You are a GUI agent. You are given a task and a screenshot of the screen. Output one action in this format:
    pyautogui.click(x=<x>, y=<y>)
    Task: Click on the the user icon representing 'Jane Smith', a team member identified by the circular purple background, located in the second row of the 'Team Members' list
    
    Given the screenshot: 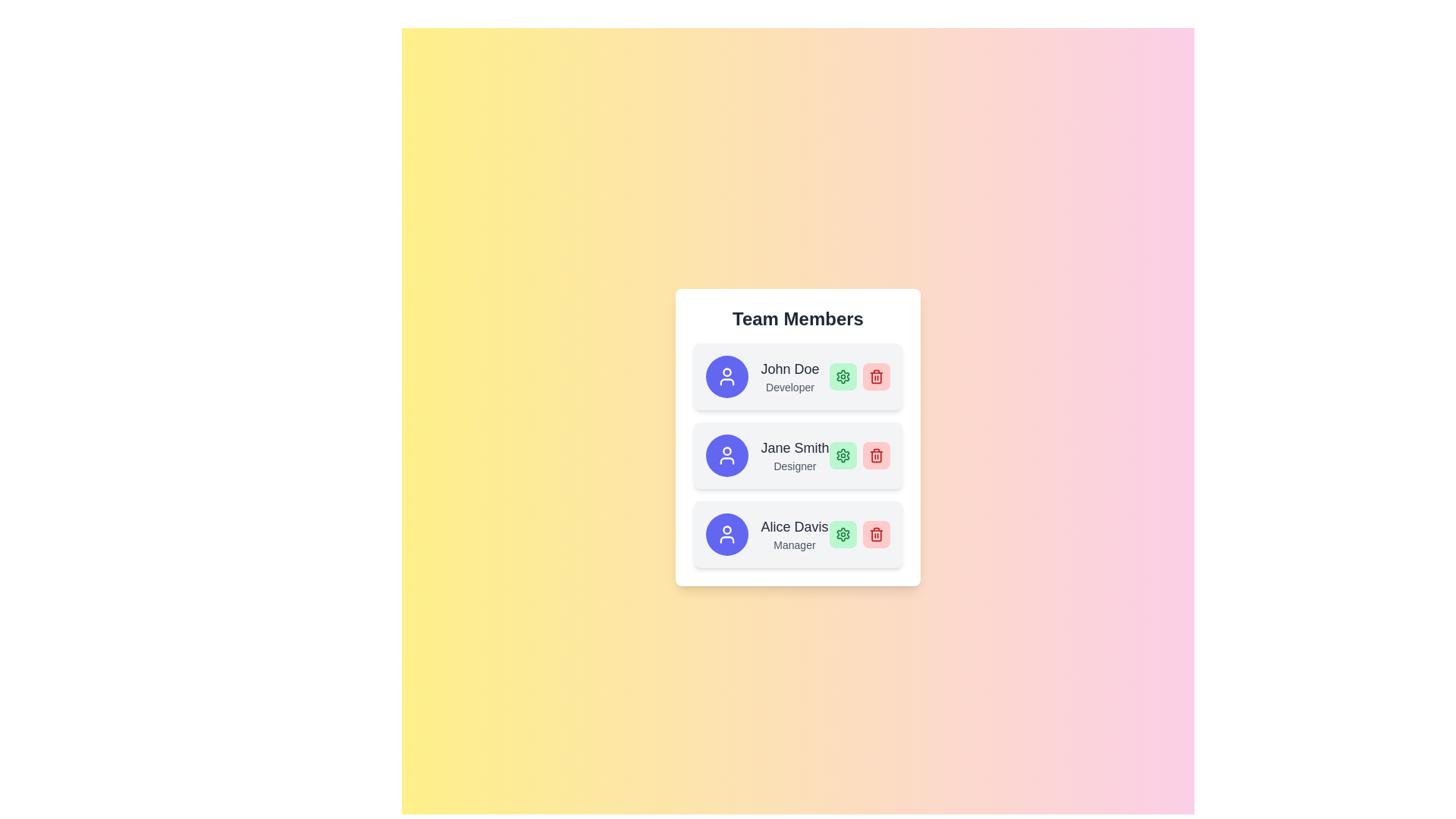 What is the action you would take?
    pyautogui.click(x=726, y=455)
    